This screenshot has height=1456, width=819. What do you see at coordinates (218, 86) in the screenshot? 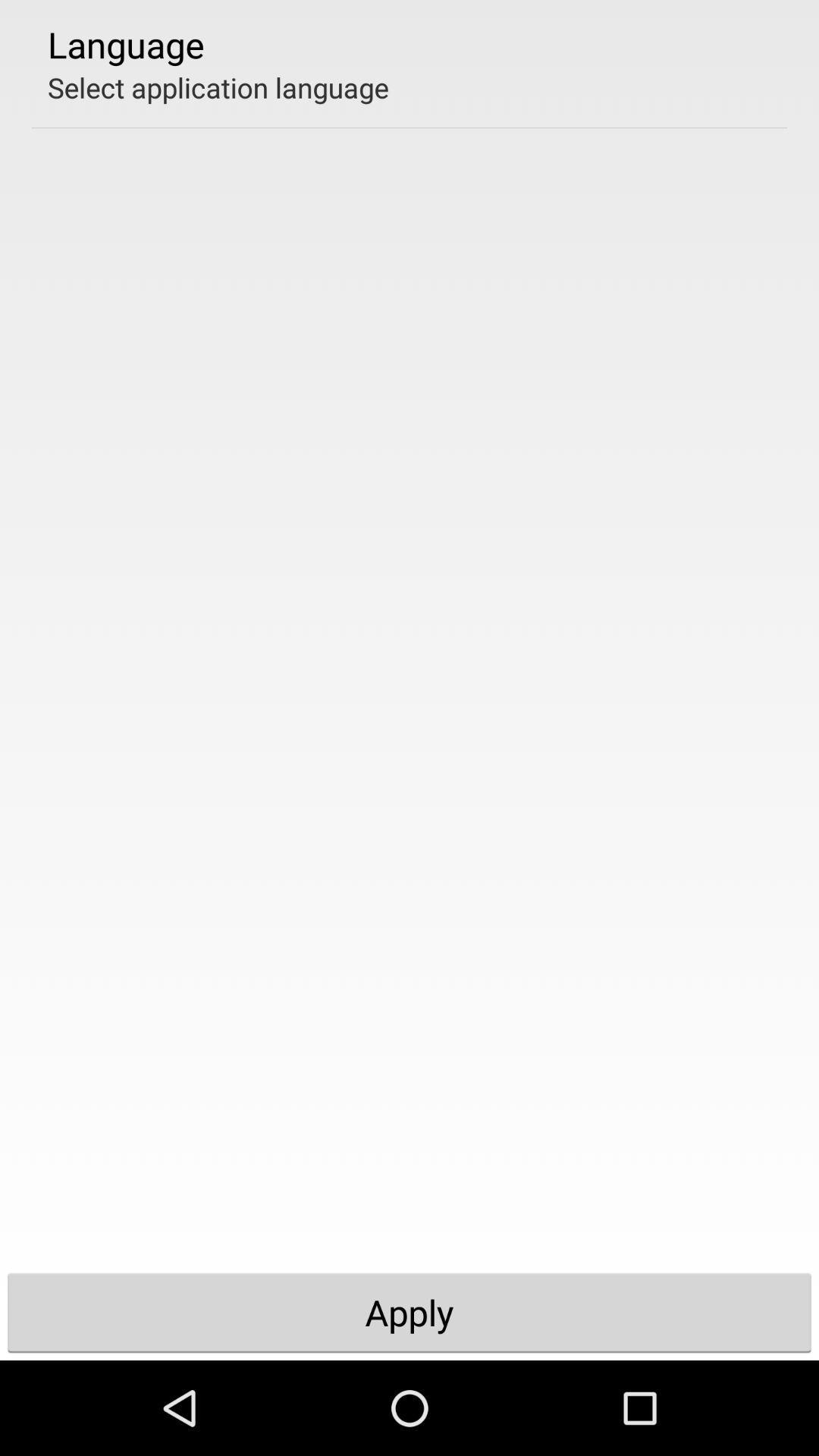
I see `select application language` at bounding box center [218, 86].